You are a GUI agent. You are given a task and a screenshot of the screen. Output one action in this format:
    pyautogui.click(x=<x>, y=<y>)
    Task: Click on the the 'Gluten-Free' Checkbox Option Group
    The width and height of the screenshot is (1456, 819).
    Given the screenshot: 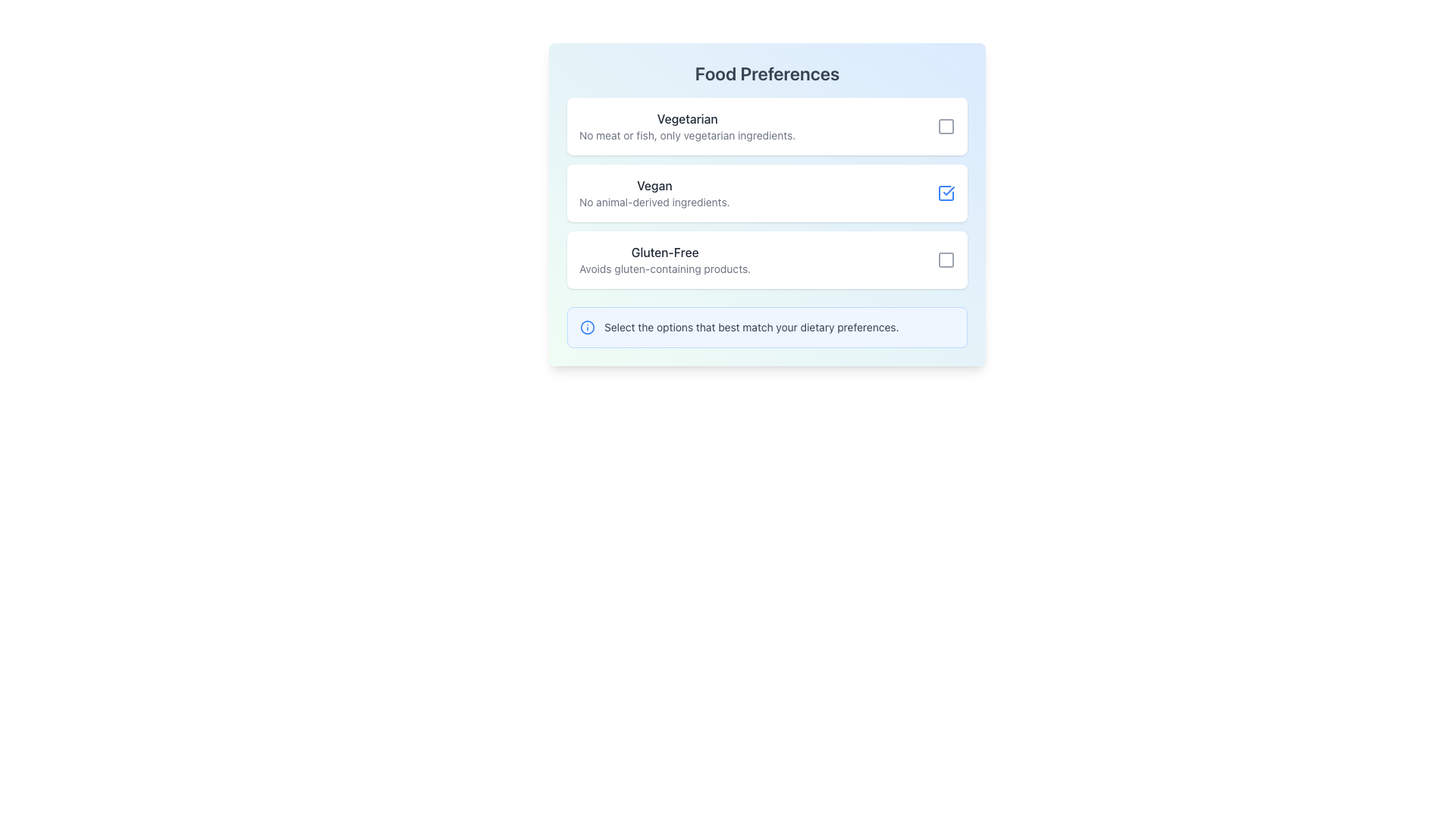 What is the action you would take?
    pyautogui.click(x=767, y=259)
    